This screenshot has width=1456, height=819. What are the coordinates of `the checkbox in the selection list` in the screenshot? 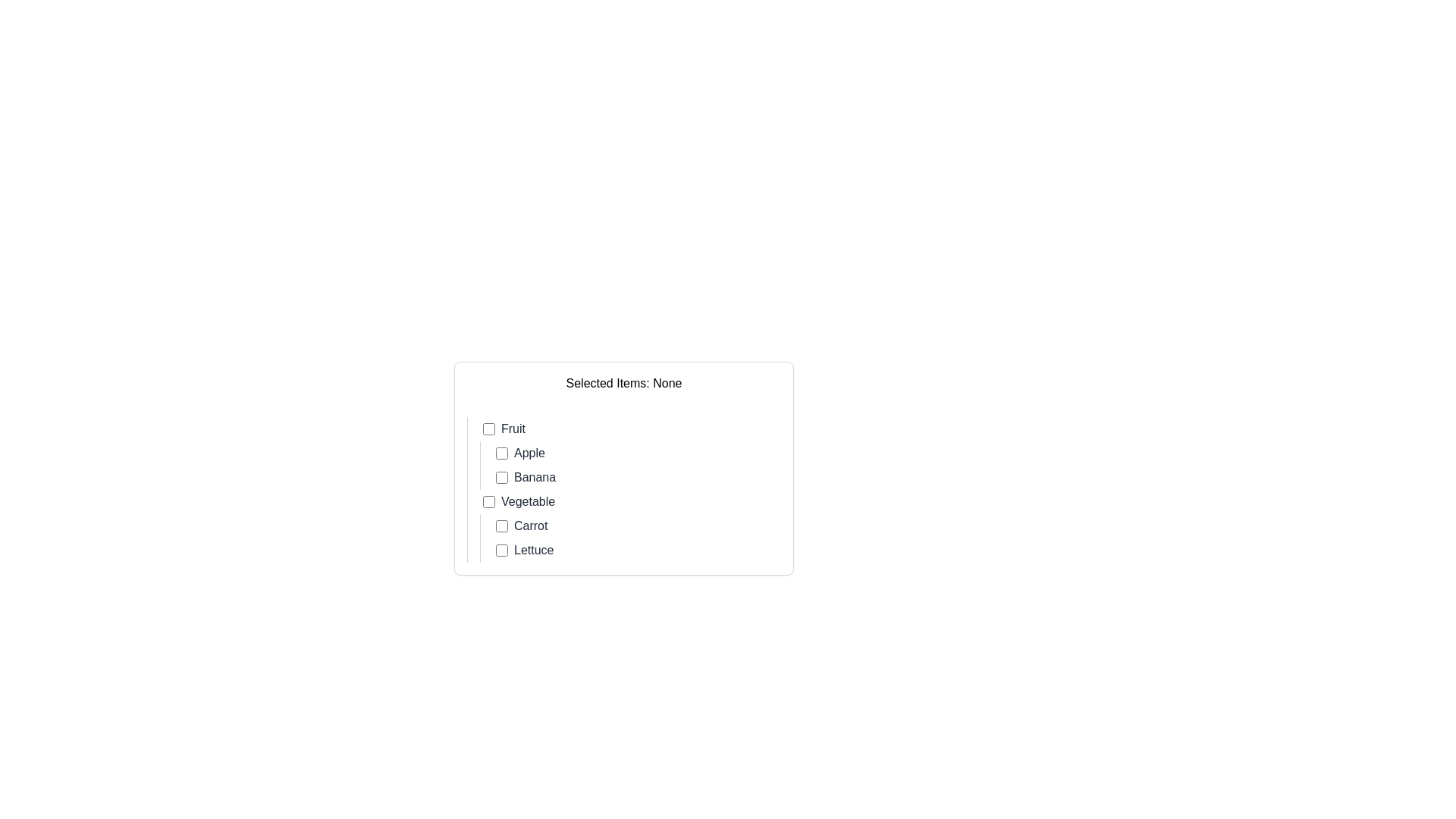 It's located at (623, 489).